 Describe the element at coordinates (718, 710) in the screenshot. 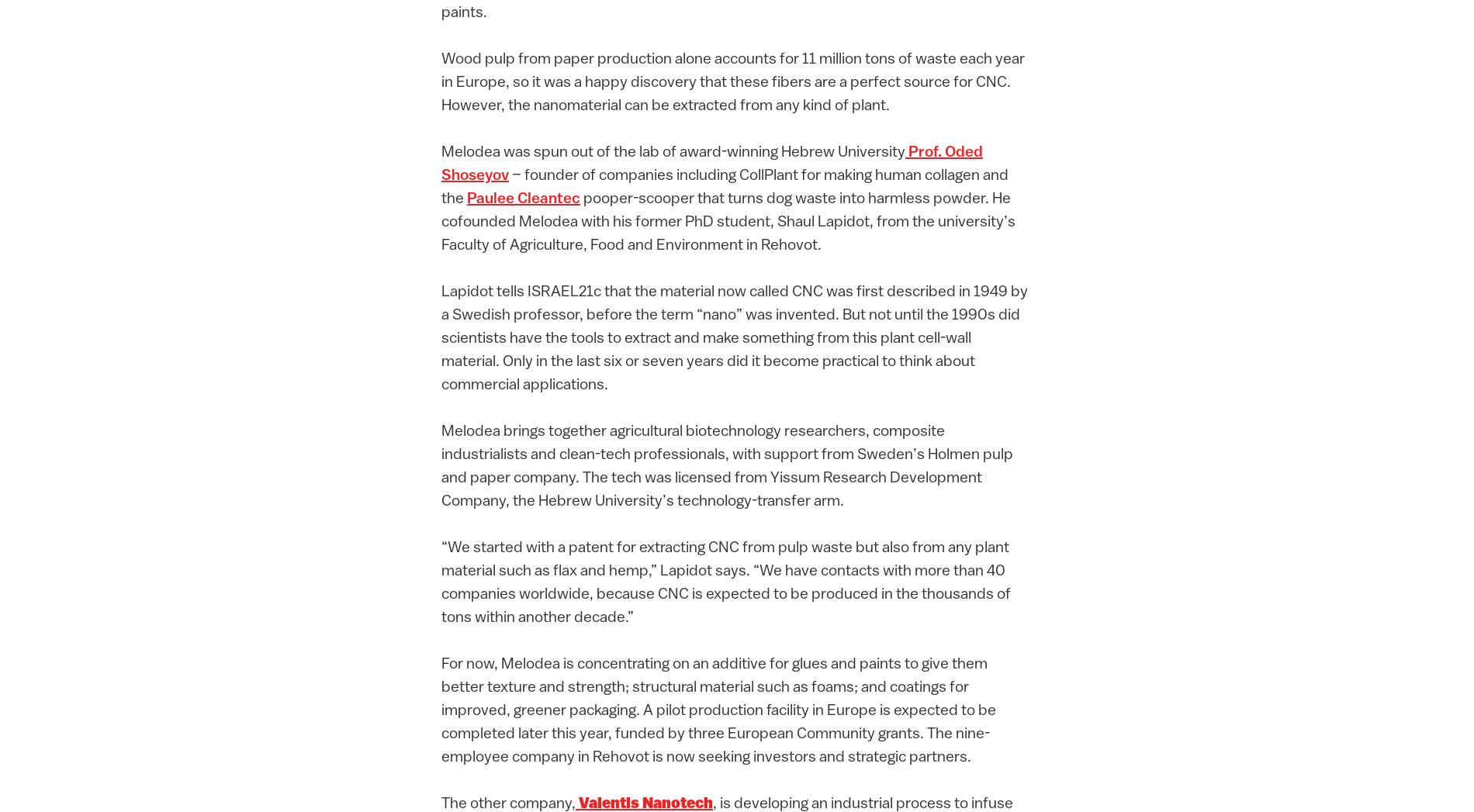

I see `'For now, Melodea is concentrating on an additive for glues and paints to give them better texture and strength; structural material such as foams; and coatings for improved, greener packaging. A pilot production facility in Europe is expected to be completed later this year, funded by three European Community grants. The nine-employee company in Rehovot is now seeking investors and strategic partners.'` at that location.